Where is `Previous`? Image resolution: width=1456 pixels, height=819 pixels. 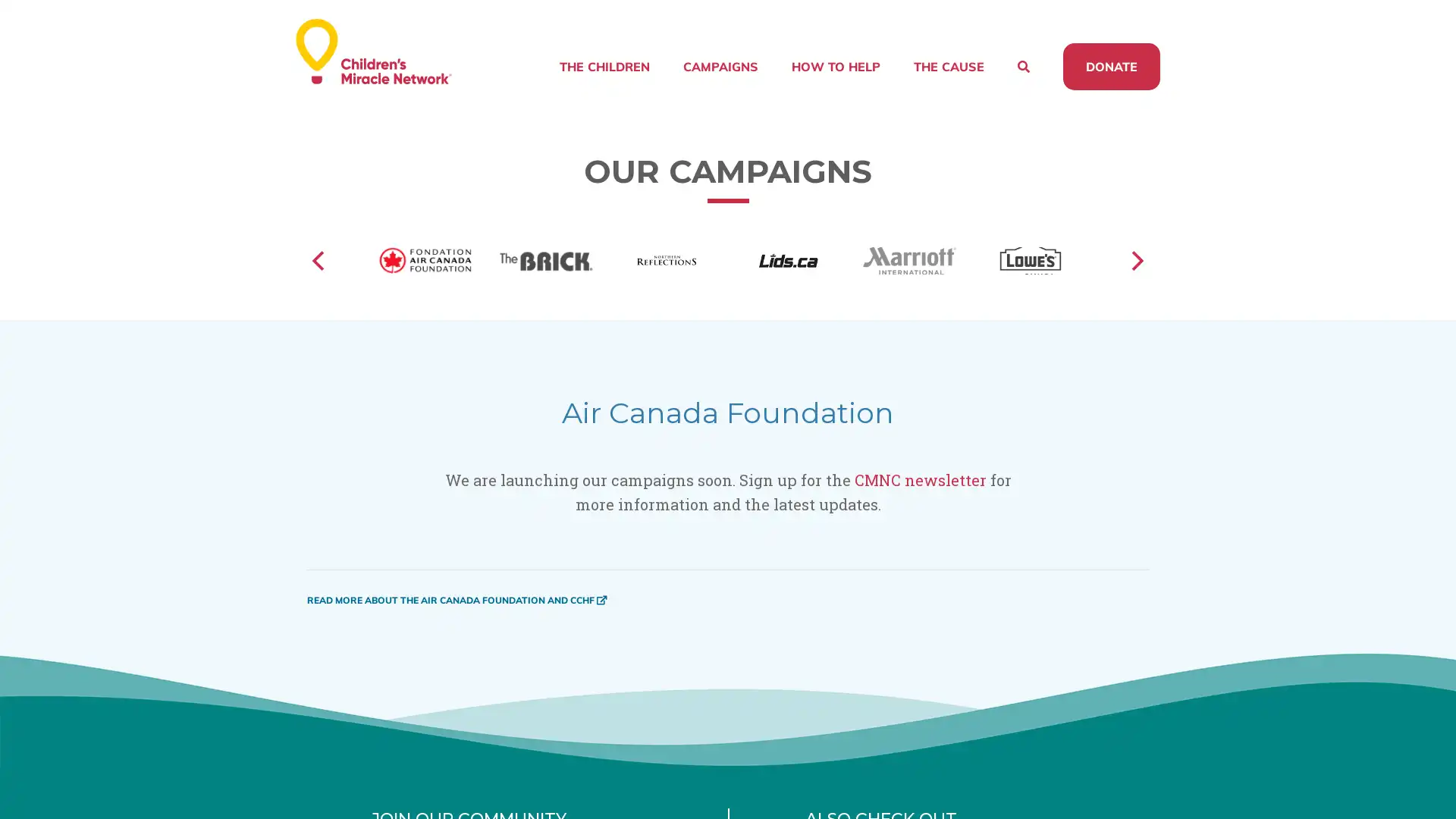 Previous is located at coordinates (319, 280).